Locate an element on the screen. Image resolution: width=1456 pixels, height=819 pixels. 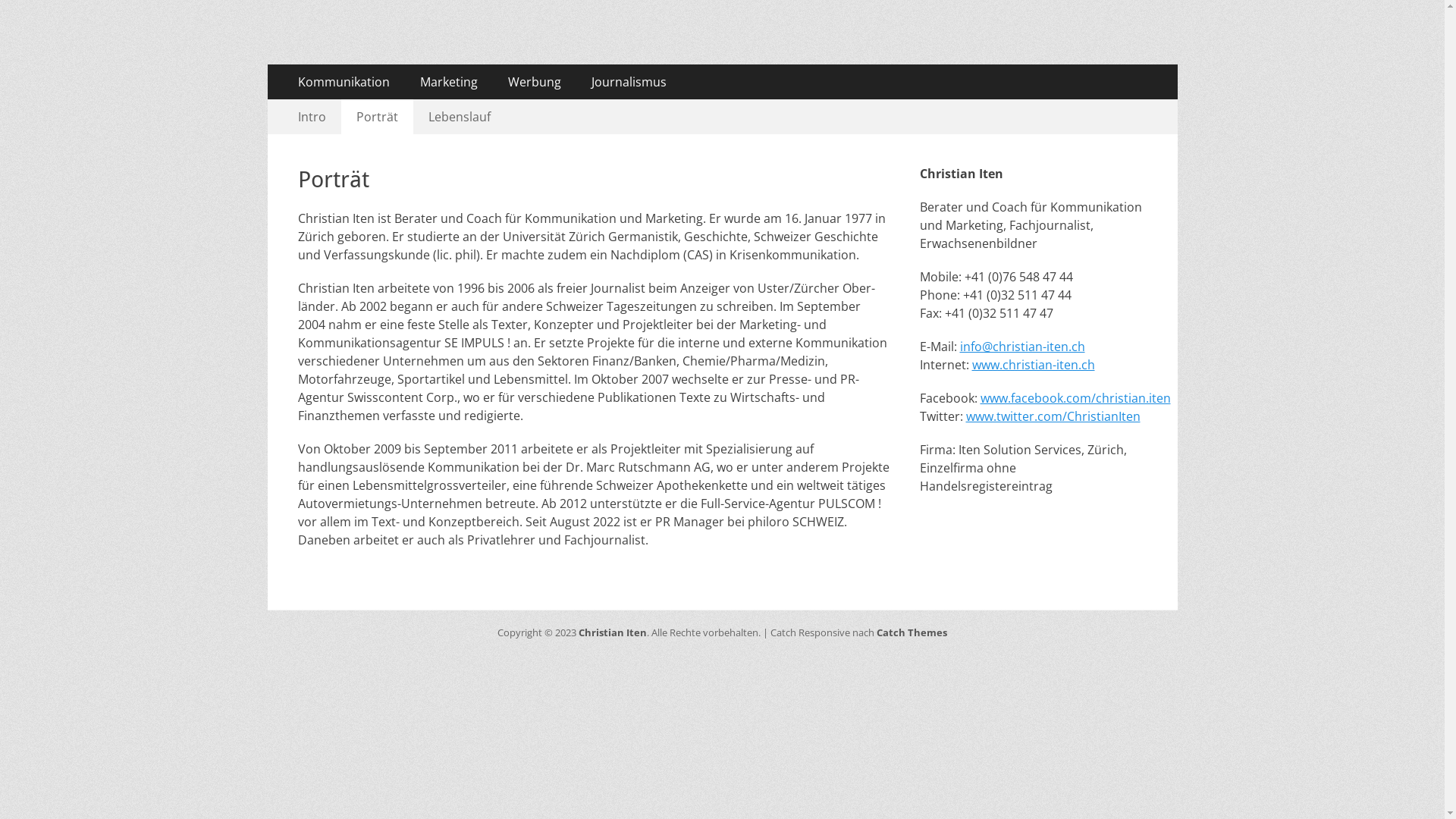
'info@christian-iten.ch' is located at coordinates (1022, 346).